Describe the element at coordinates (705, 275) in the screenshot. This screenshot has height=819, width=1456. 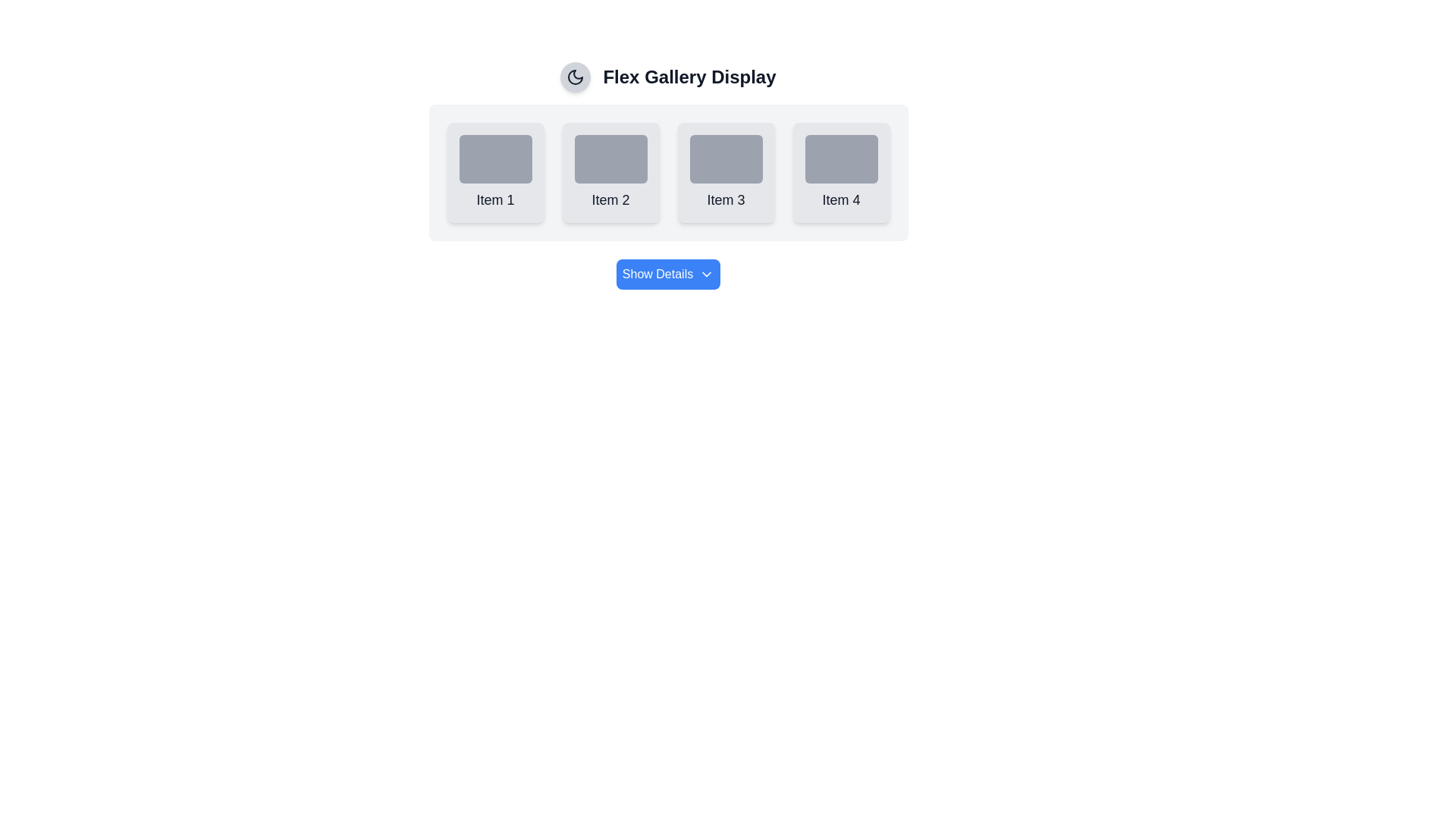
I see `the downward-pointing chevron icon located at the rightmost side of the 'Show Details' button` at that location.